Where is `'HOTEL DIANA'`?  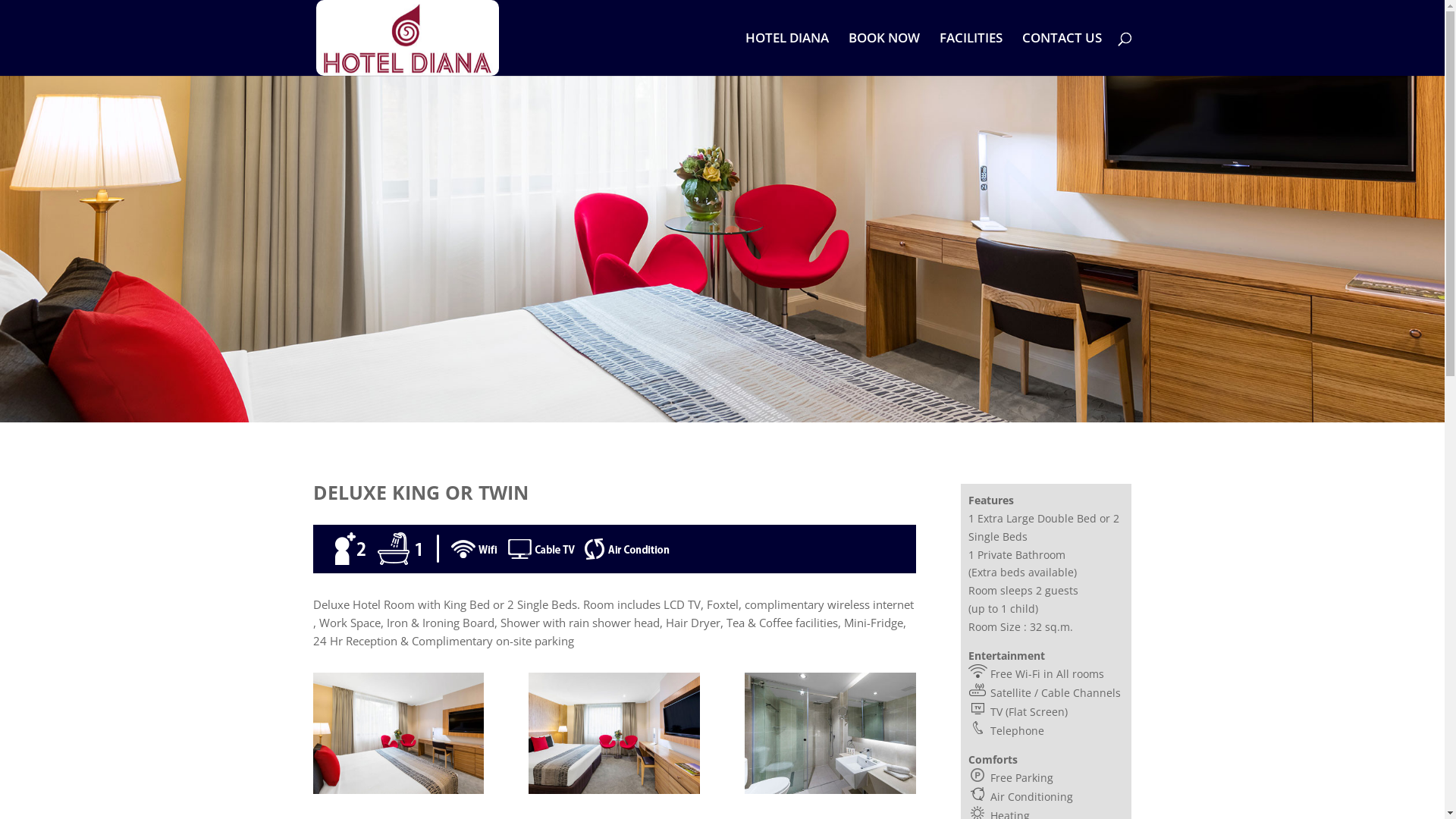 'HOTEL DIANA' is located at coordinates (786, 53).